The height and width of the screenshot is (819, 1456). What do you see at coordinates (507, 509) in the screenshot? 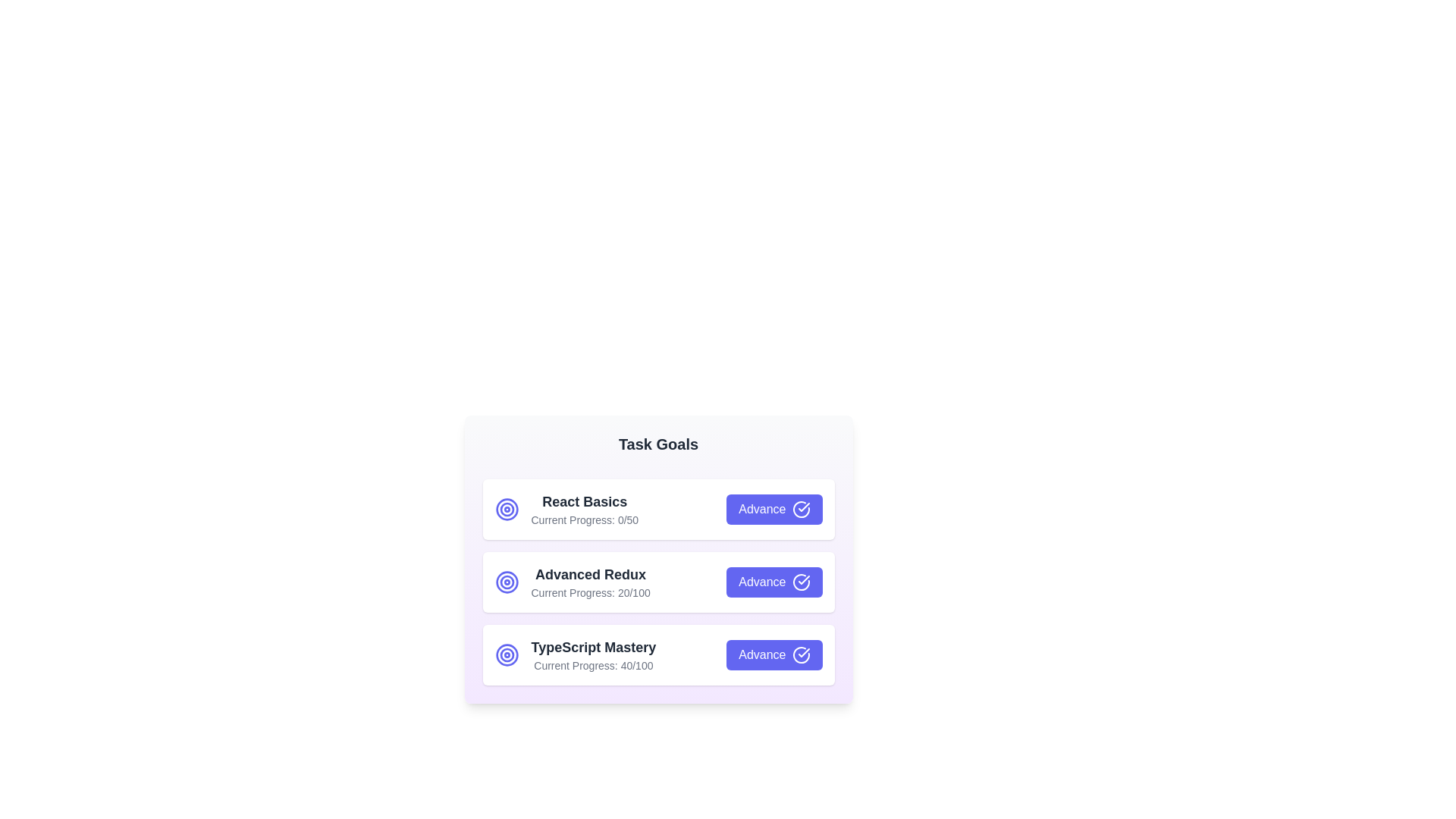
I see `the SVG Circle Component, which is the second of three concentric circles forming a target-like structure within the Task Goals card` at bounding box center [507, 509].